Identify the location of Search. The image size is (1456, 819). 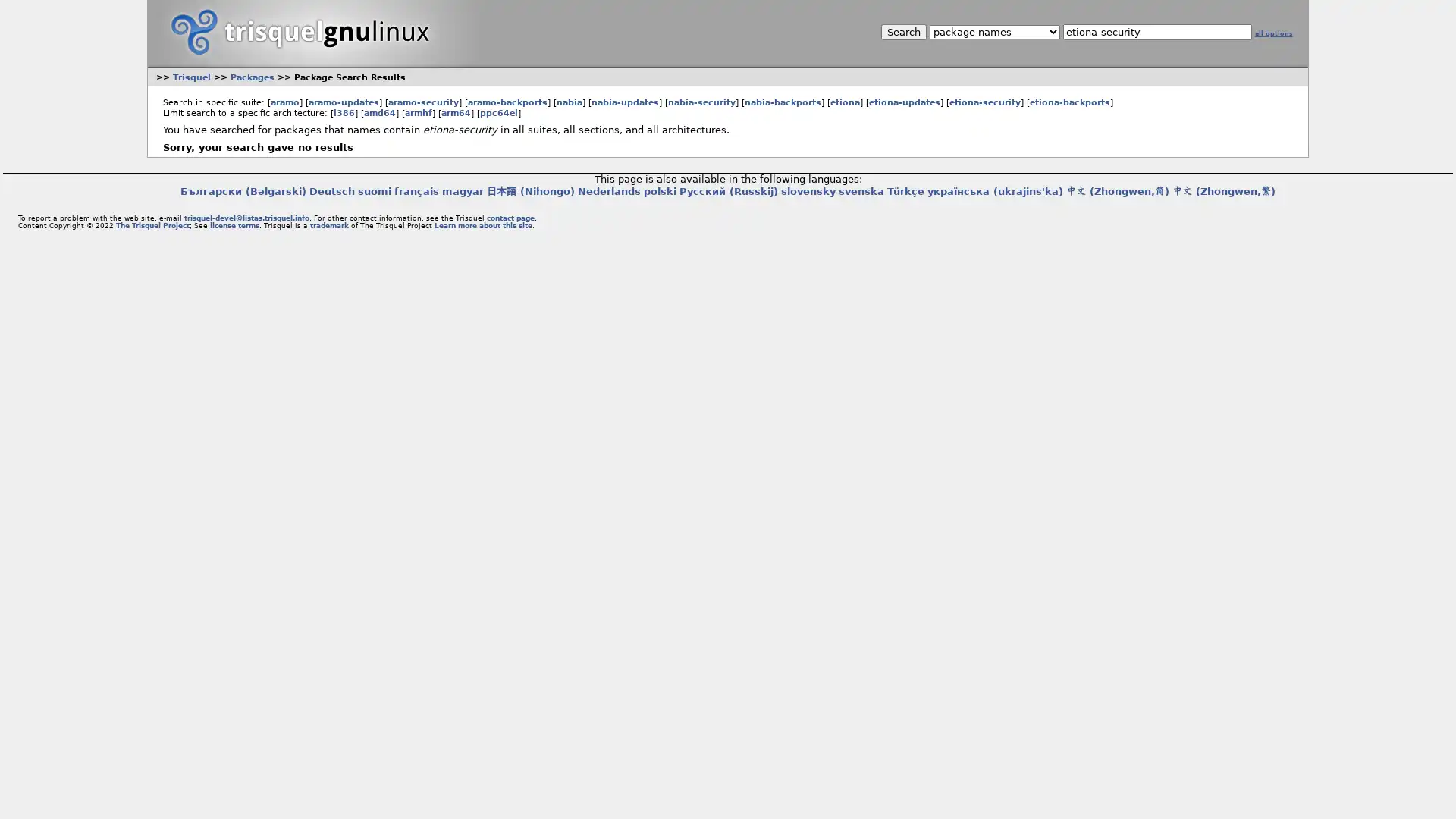
(902, 32).